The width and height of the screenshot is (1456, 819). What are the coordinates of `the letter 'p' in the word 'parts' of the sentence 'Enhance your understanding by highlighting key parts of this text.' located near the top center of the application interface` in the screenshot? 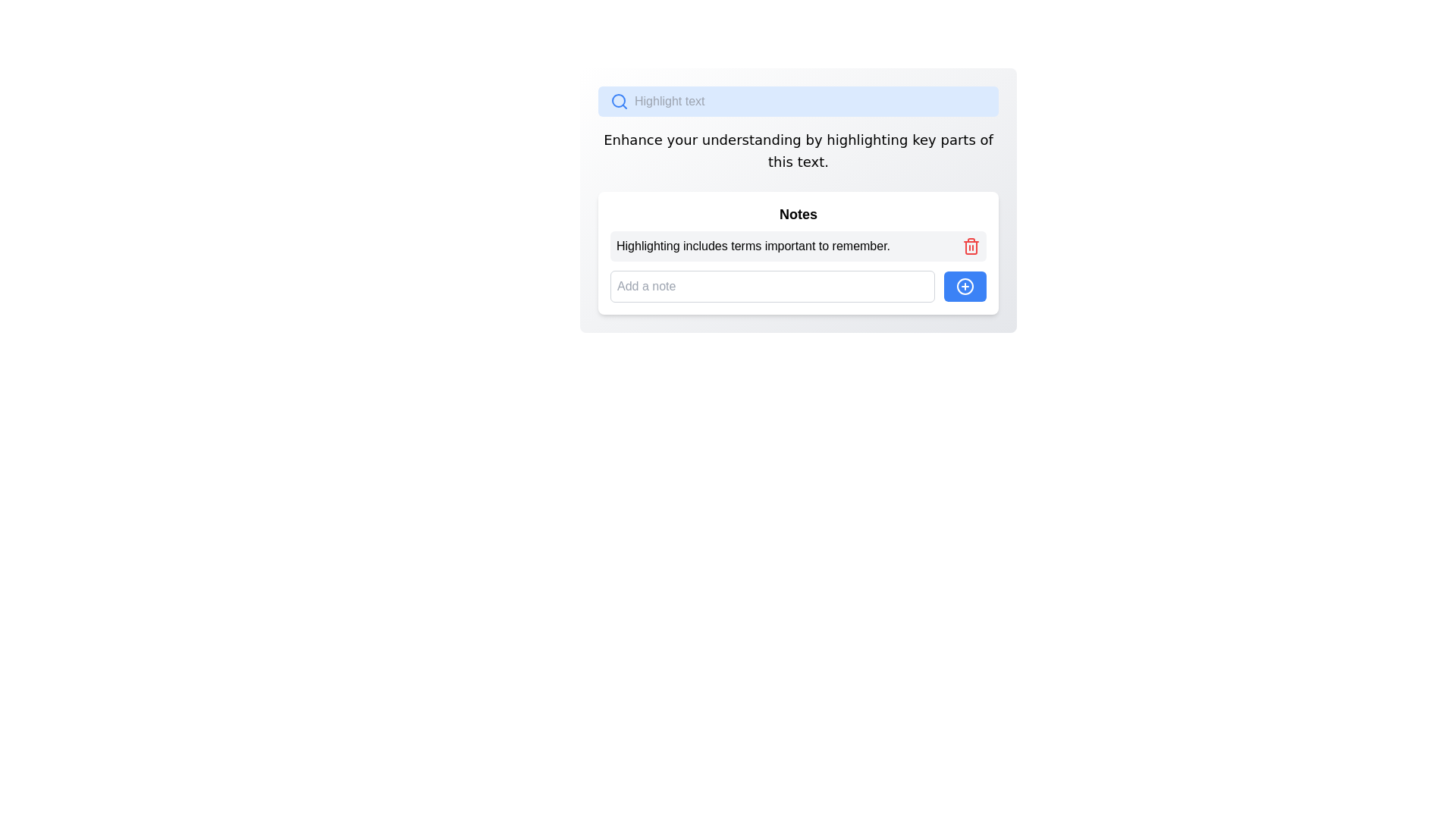 It's located at (944, 140).